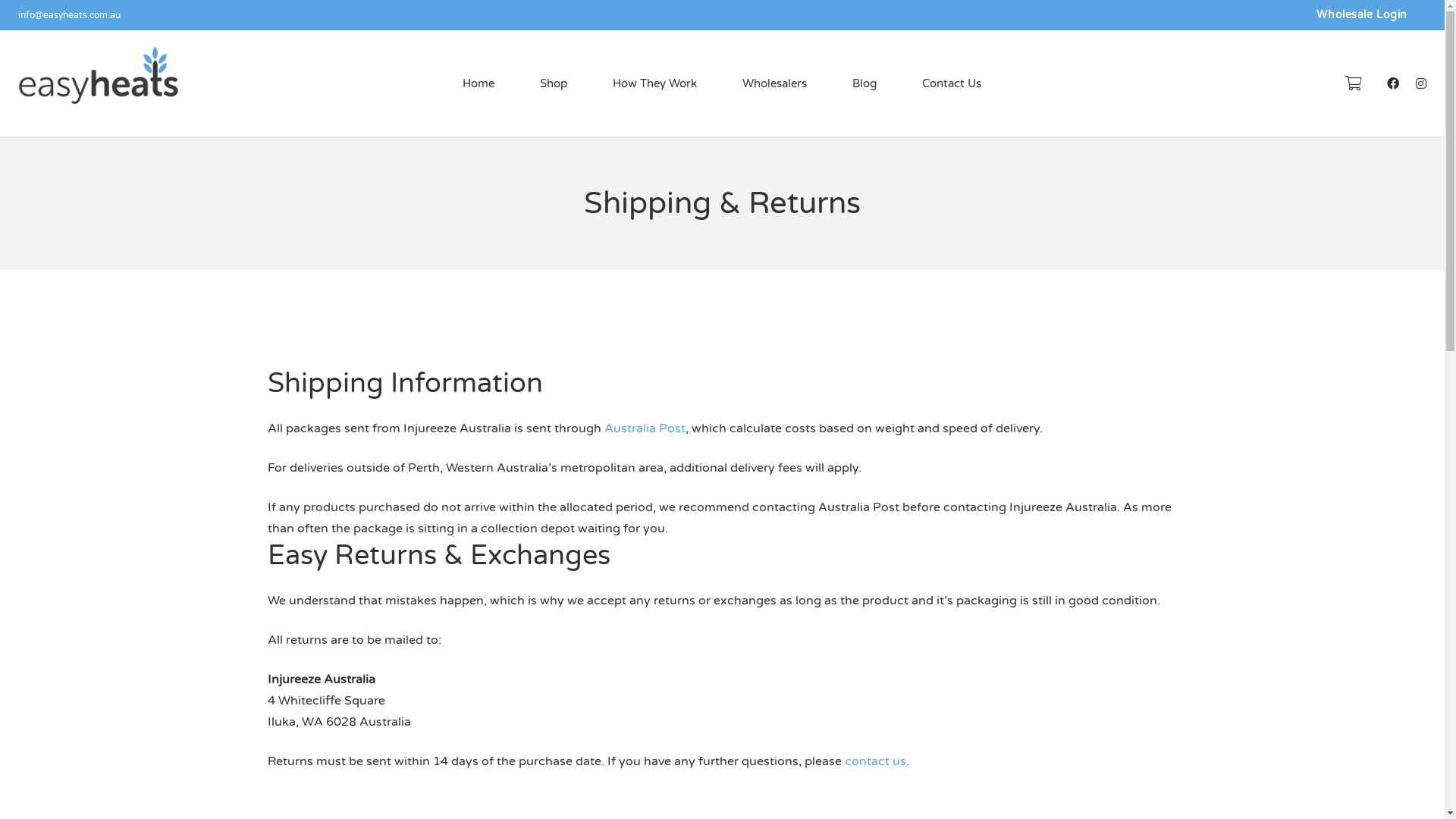 This screenshot has width=1456, height=819. What do you see at coordinates (1296, 14) in the screenshot?
I see `'Wholesale Login'` at bounding box center [1296, 14].